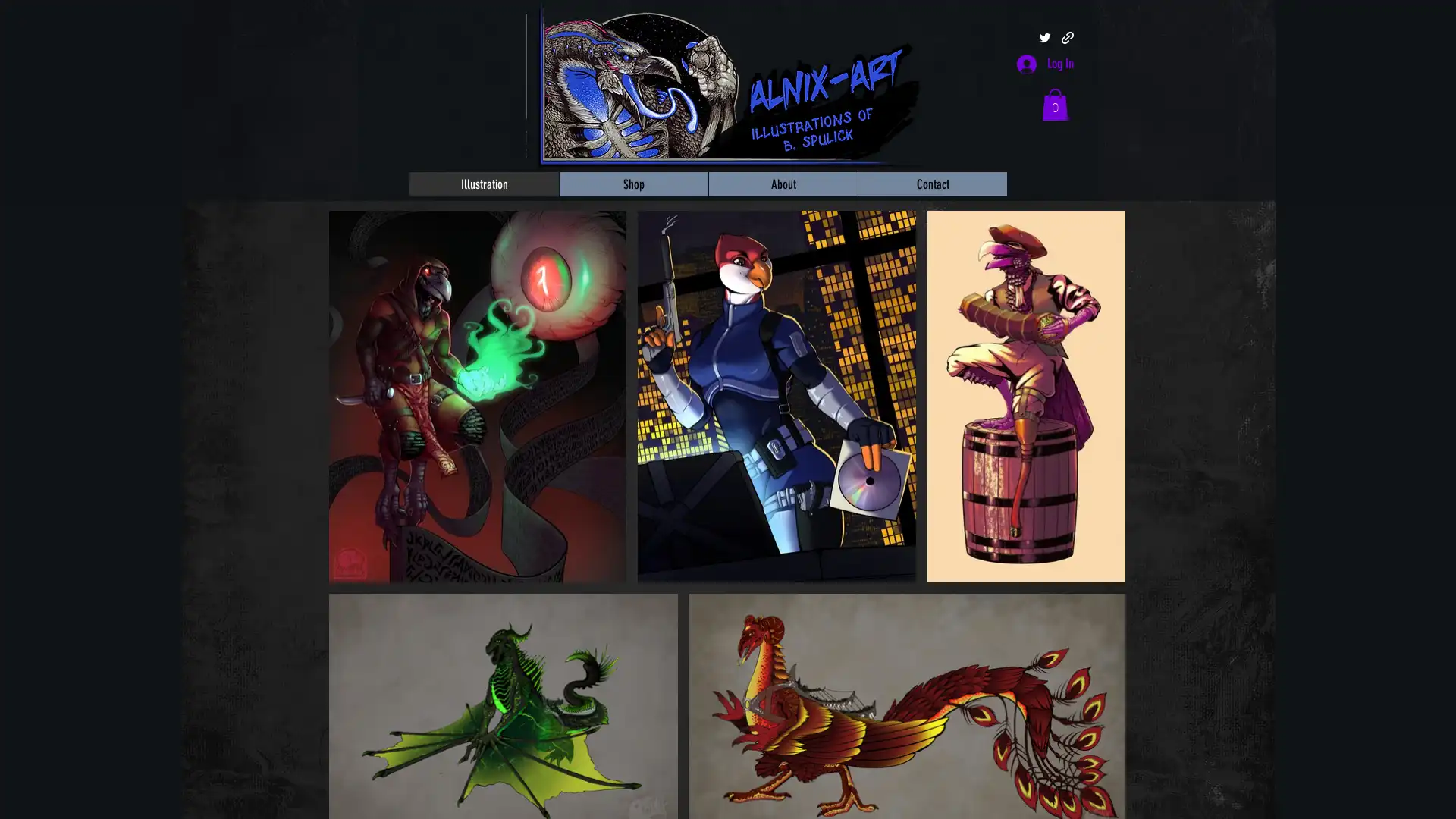  Describe the element at coordinates (1054, 103) in the screenshot. I see `Cart with 0 items` at that location.